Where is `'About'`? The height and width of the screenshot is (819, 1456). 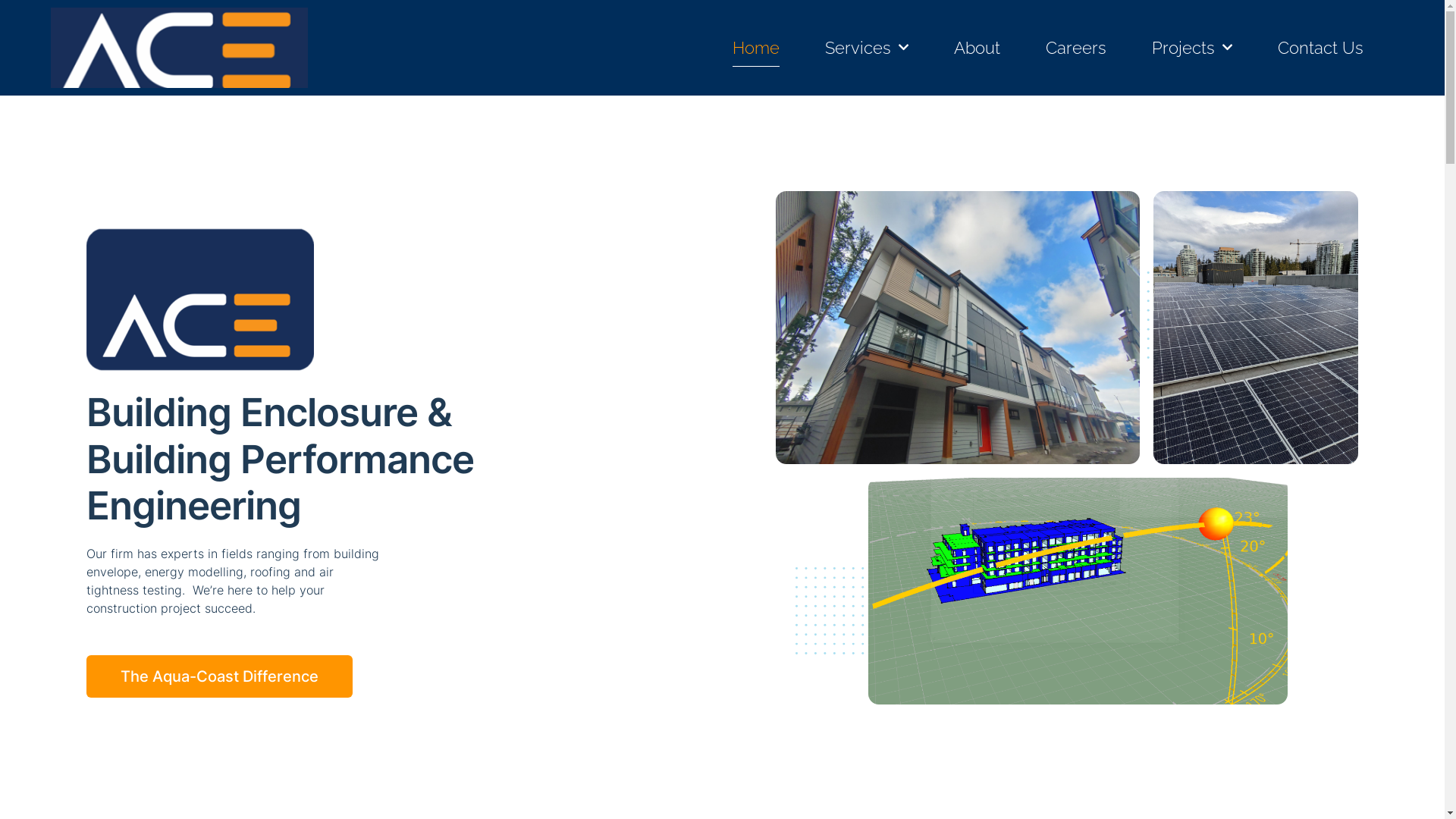 'About' is located at coordinates (977, 46).